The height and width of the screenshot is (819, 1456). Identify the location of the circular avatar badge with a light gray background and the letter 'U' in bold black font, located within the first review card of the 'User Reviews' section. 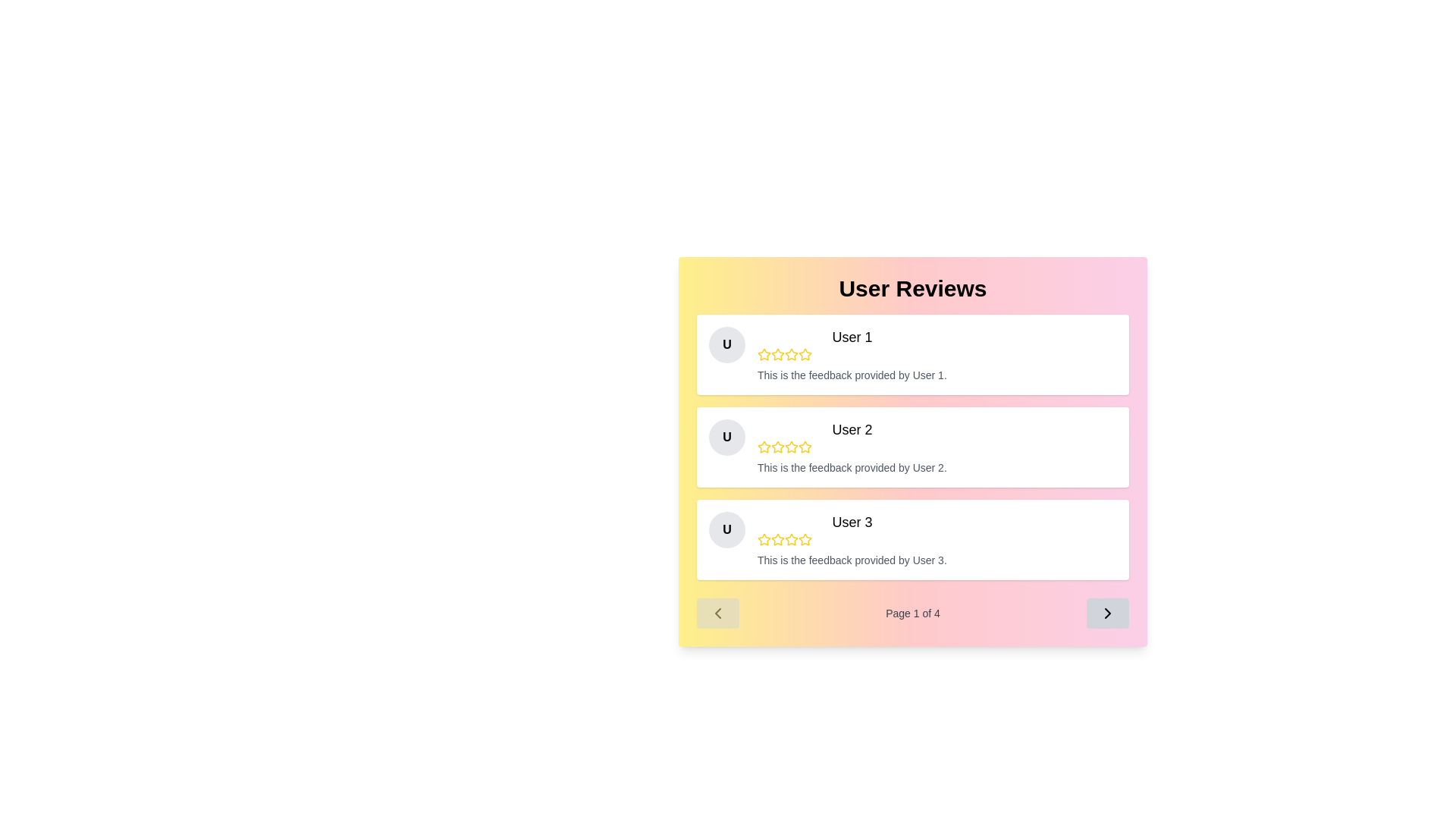
(726, 345).